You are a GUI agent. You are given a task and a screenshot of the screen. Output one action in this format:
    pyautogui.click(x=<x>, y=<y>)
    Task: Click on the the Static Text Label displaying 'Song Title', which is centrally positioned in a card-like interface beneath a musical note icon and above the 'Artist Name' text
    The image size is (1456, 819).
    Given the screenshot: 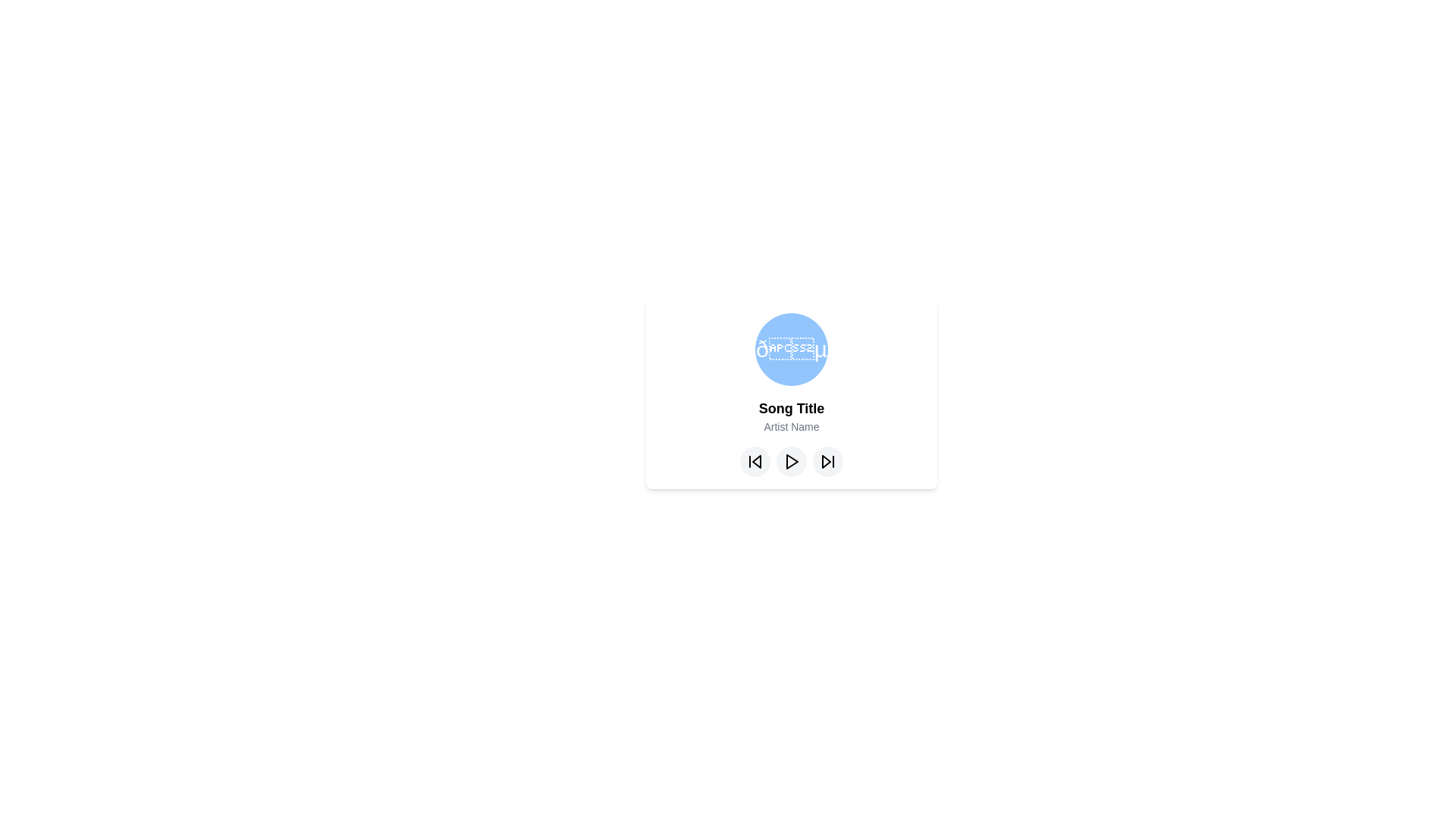 What is the action you would take?
    pyautogui.click(x=790, y=408)
    